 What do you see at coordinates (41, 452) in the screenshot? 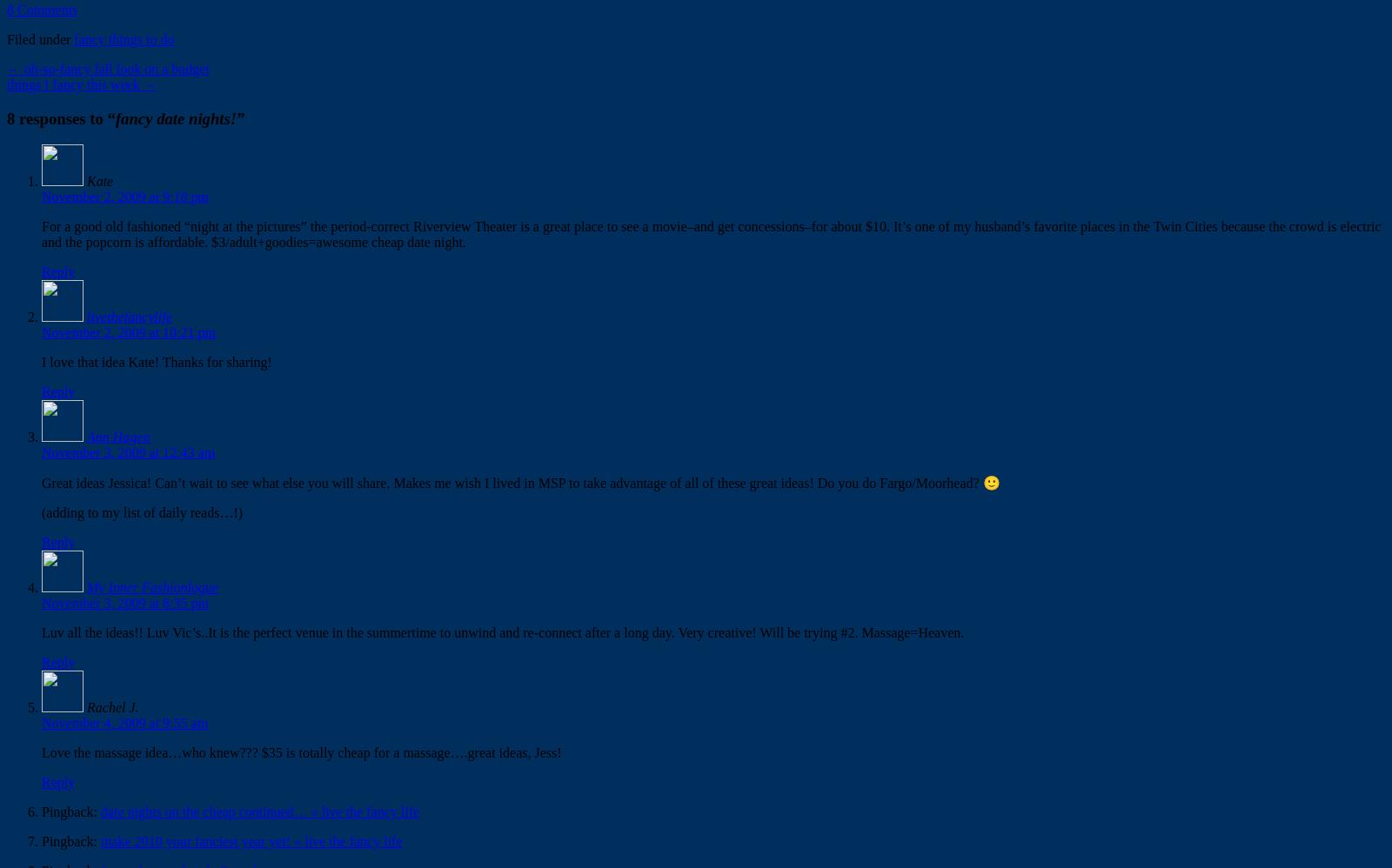
I see `'November 3, 2009 at 12:43 am'` at bounding box center [41, 452].